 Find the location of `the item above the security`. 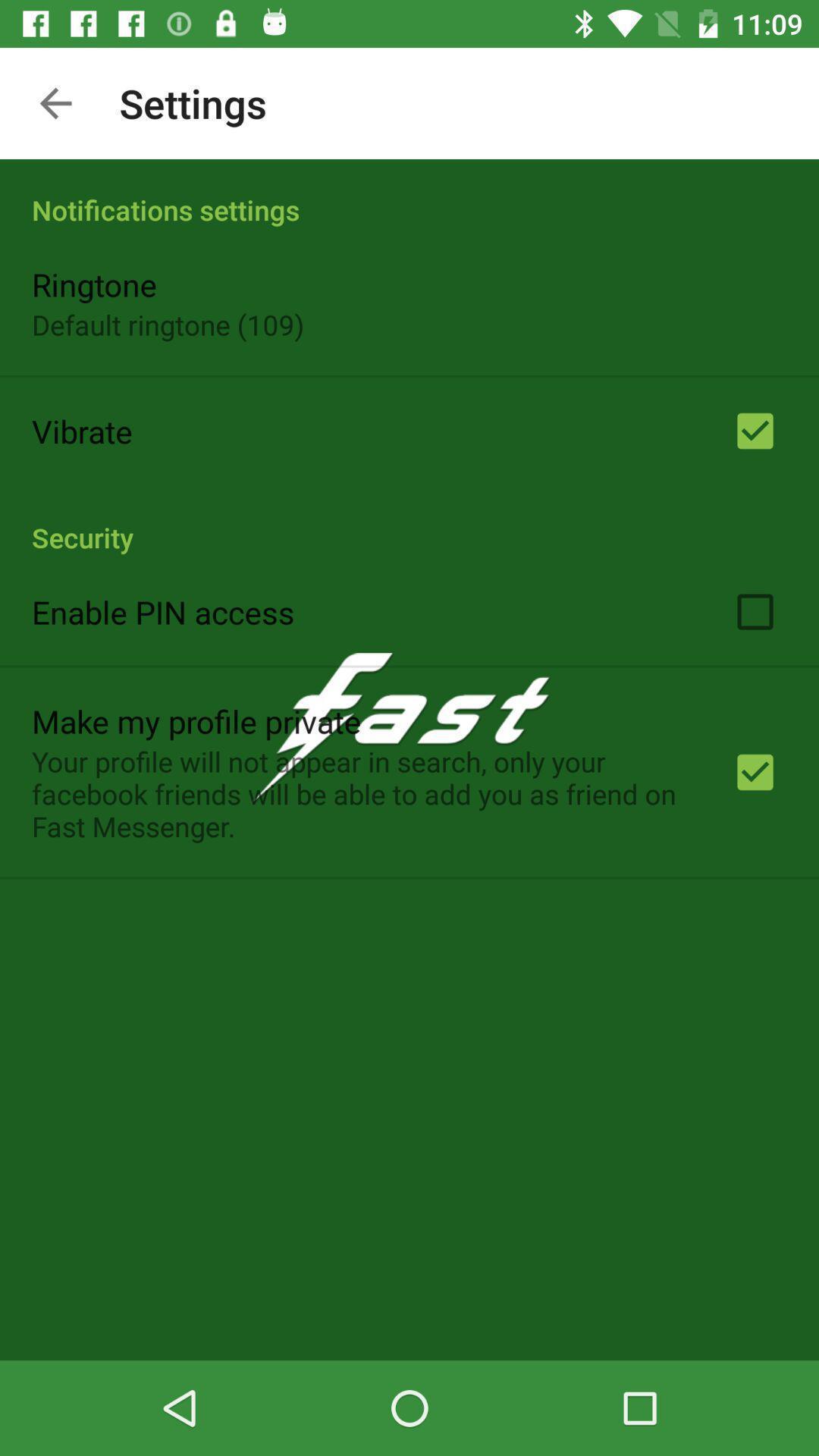

the item above the security is located at coordinates (82, 430).